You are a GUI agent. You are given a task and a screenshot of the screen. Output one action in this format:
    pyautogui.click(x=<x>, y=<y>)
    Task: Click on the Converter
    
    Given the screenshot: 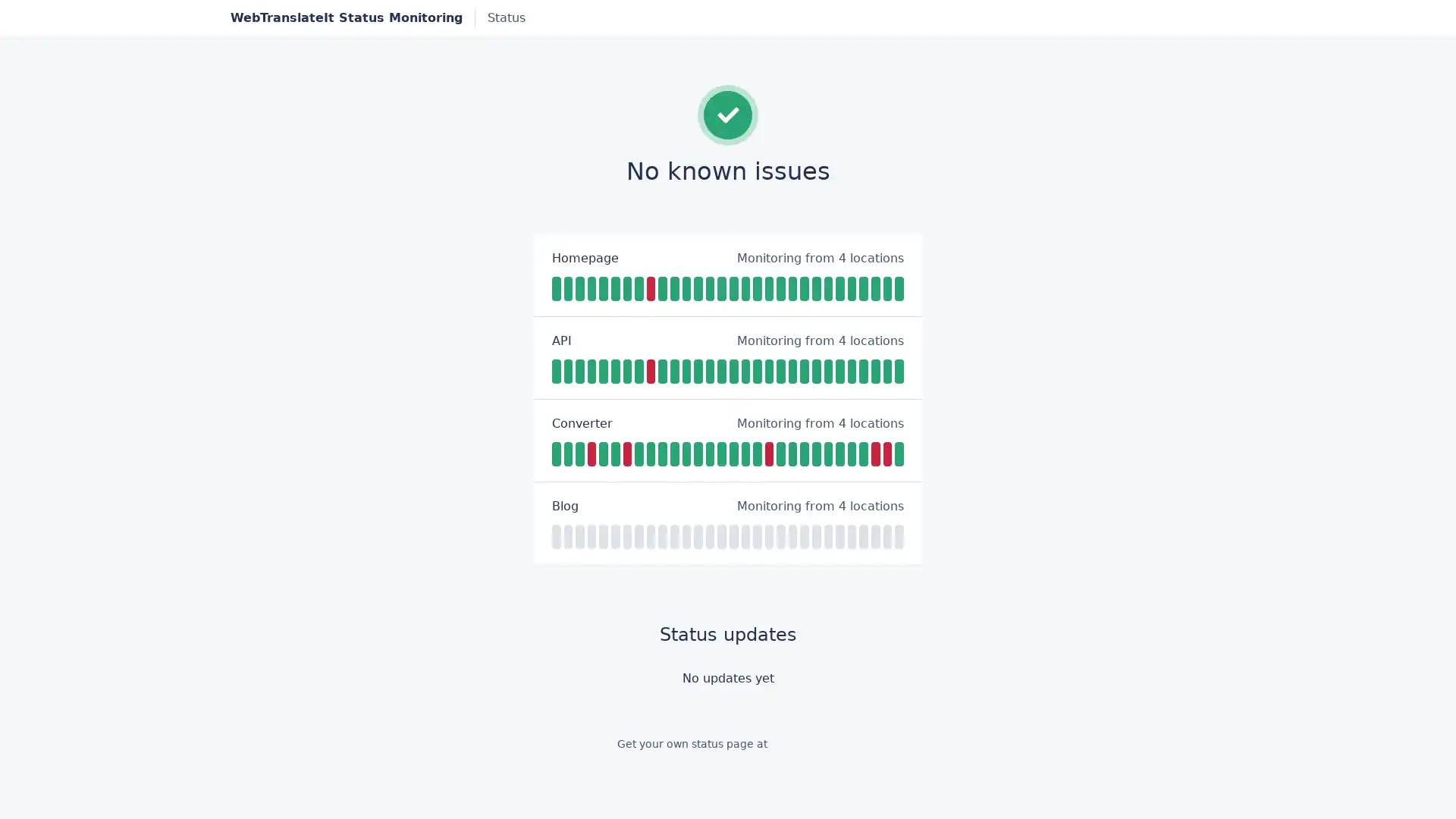 What is the action you would take?
    pyautogui.click(x=582, y=423)
    